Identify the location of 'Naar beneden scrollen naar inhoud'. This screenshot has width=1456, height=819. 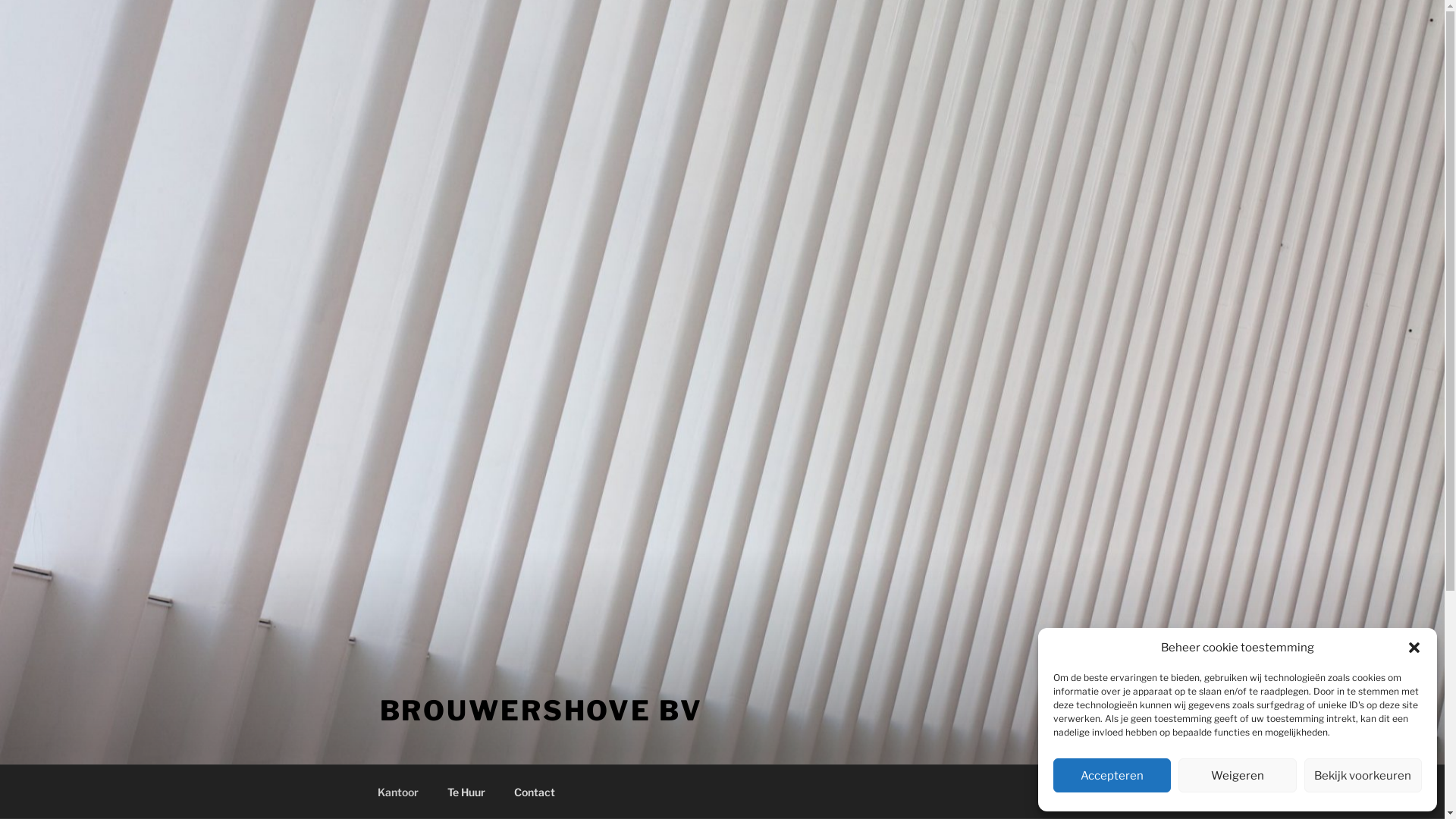
(1083, 790).